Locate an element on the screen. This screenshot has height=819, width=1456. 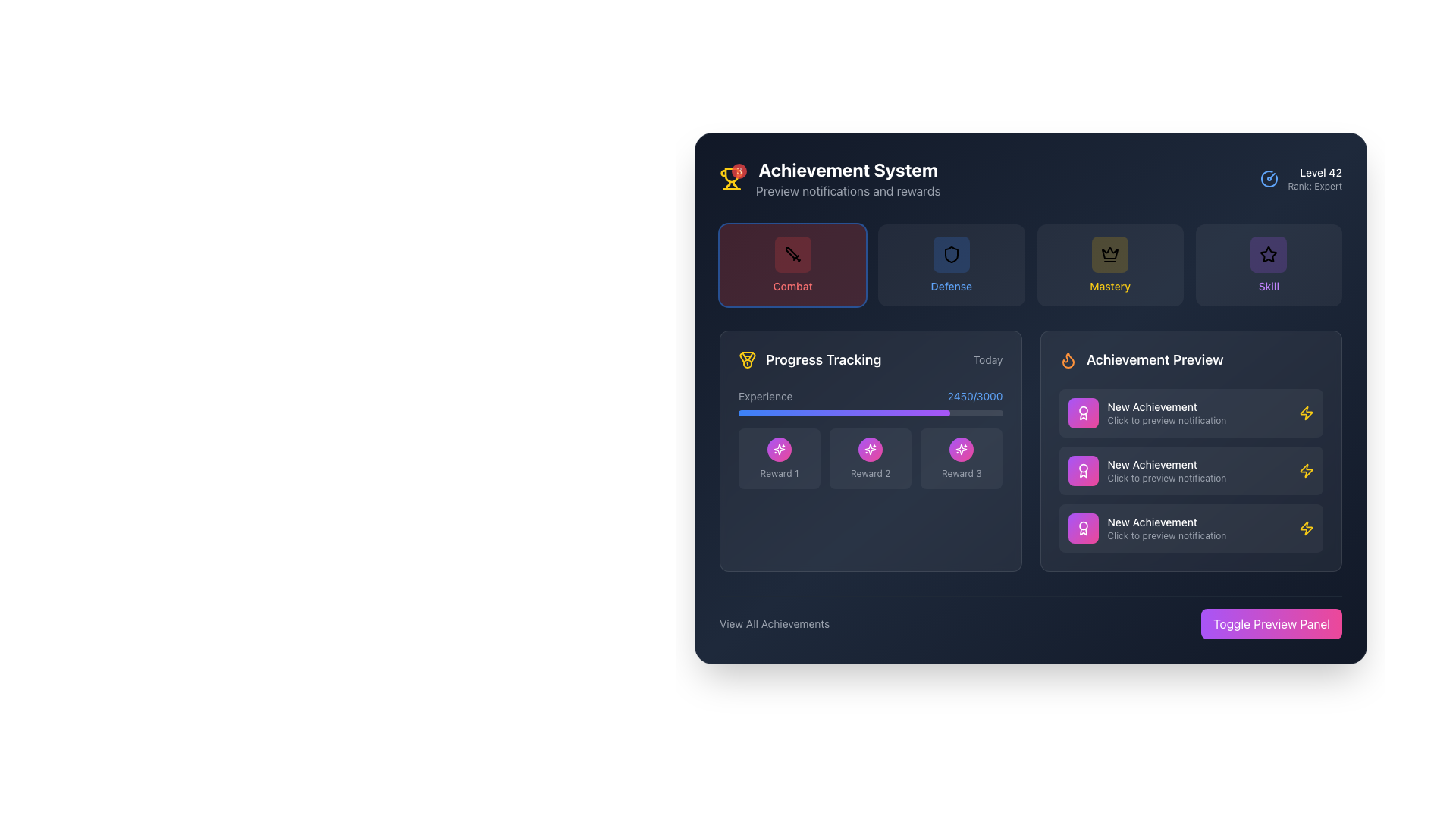
the clickable text link labeled 'View All Achievements' to change its text color to white is located at coordinates (774, 623).